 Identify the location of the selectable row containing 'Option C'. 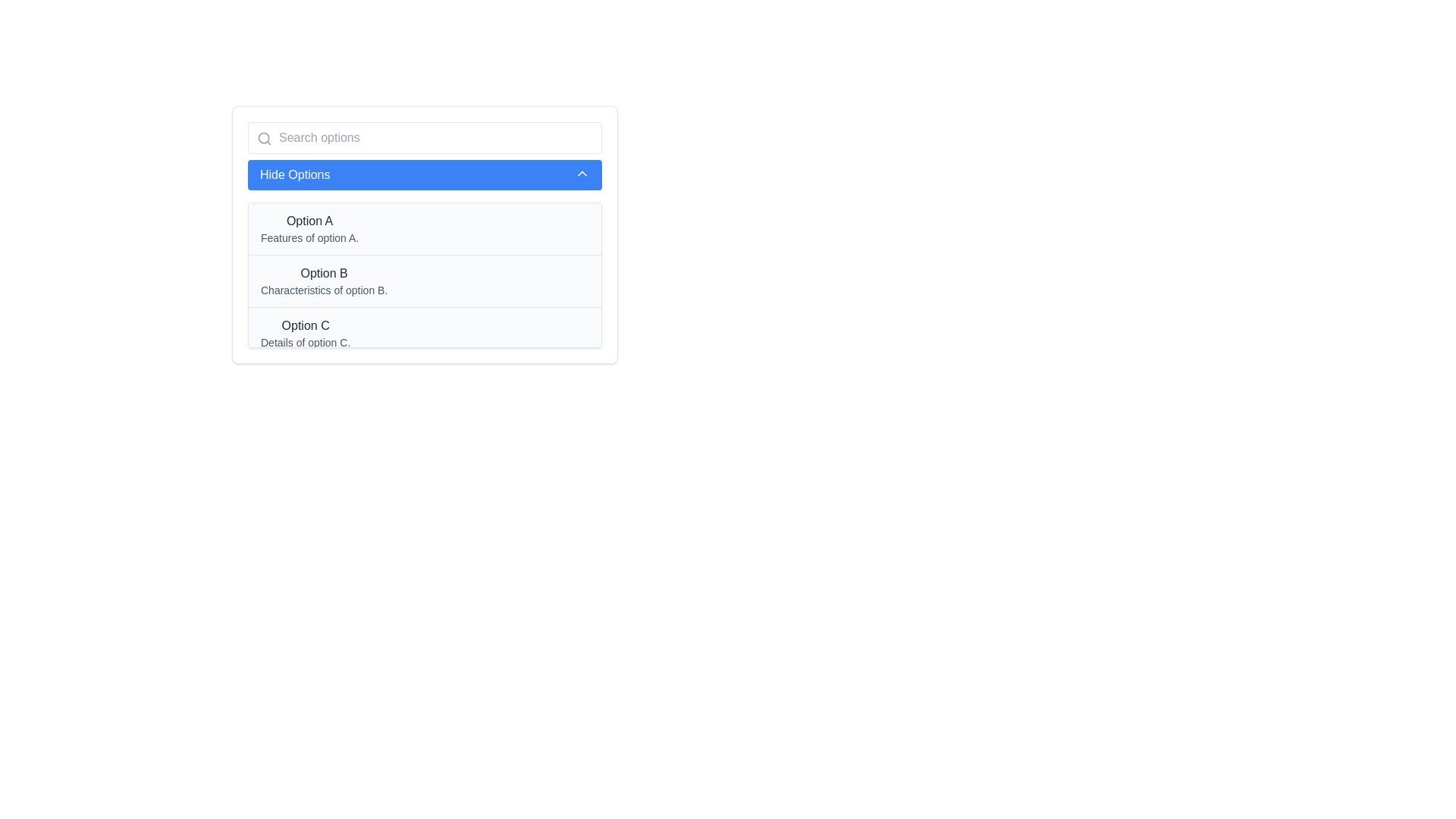
(425, 332).